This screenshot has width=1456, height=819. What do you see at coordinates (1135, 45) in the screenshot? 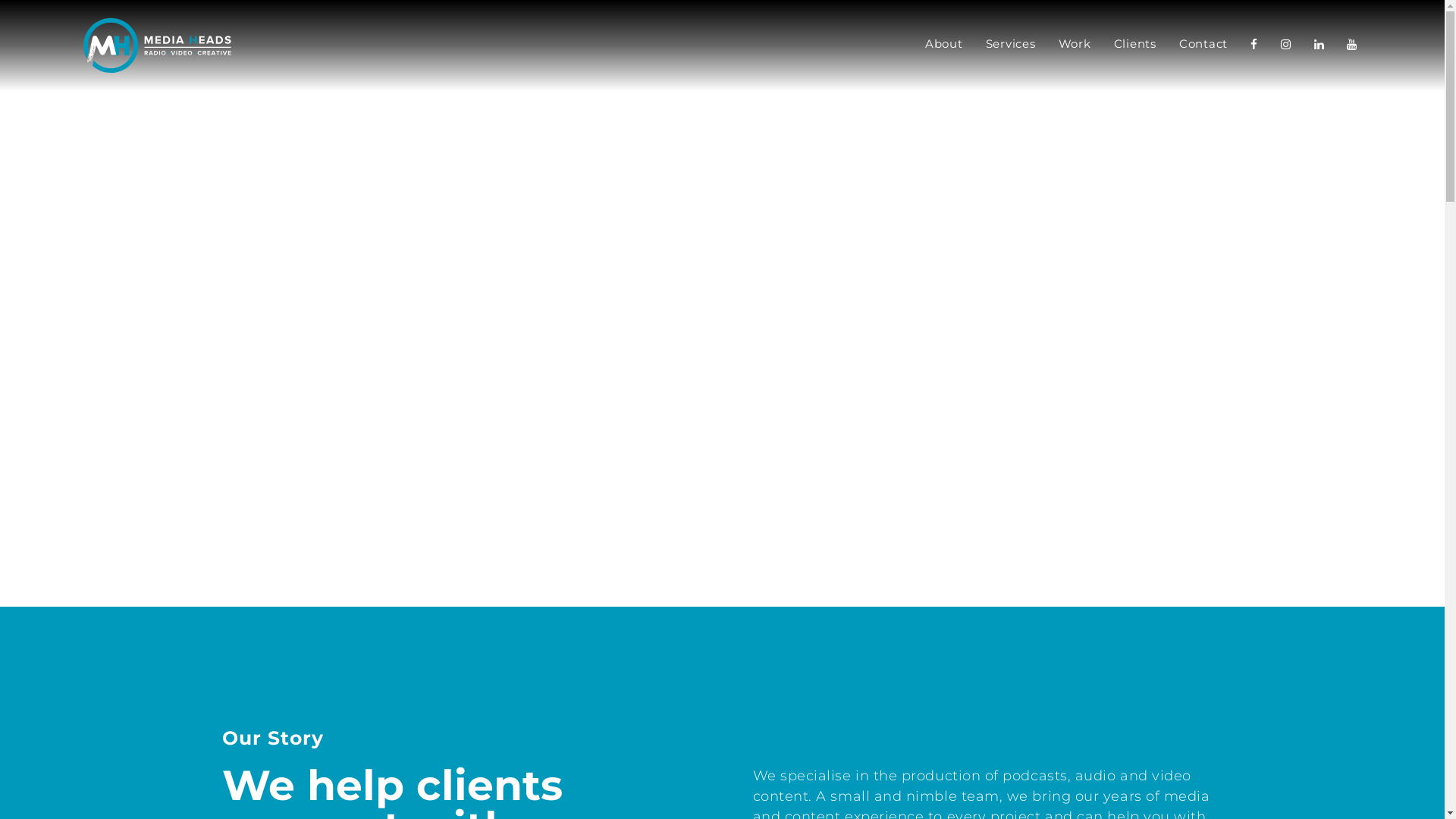
I see `'Clients'` at bounding box center [1135, 45].